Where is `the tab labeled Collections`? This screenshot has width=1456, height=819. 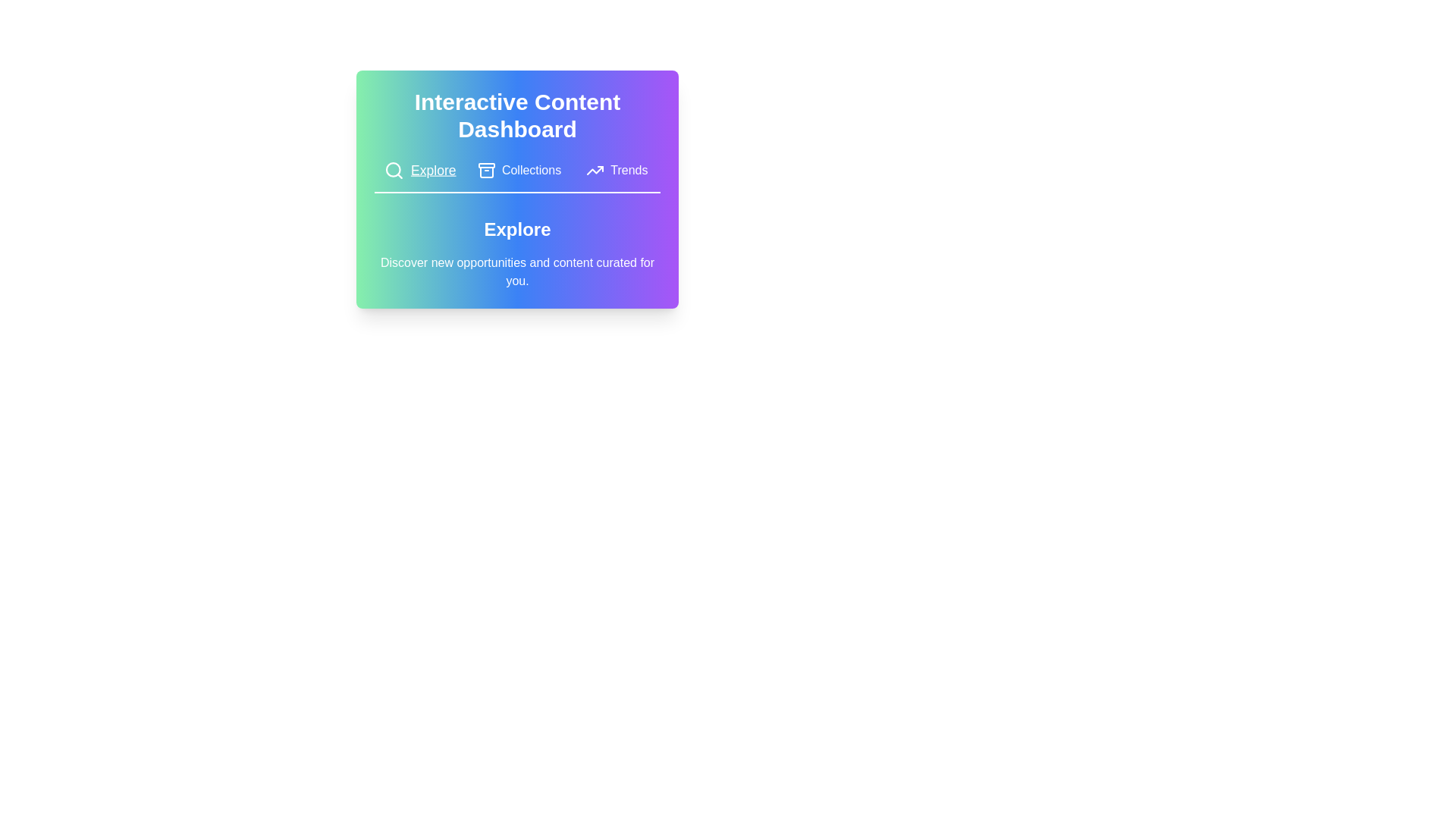
the tab labeled Collections is located at coordinates (519, 170).